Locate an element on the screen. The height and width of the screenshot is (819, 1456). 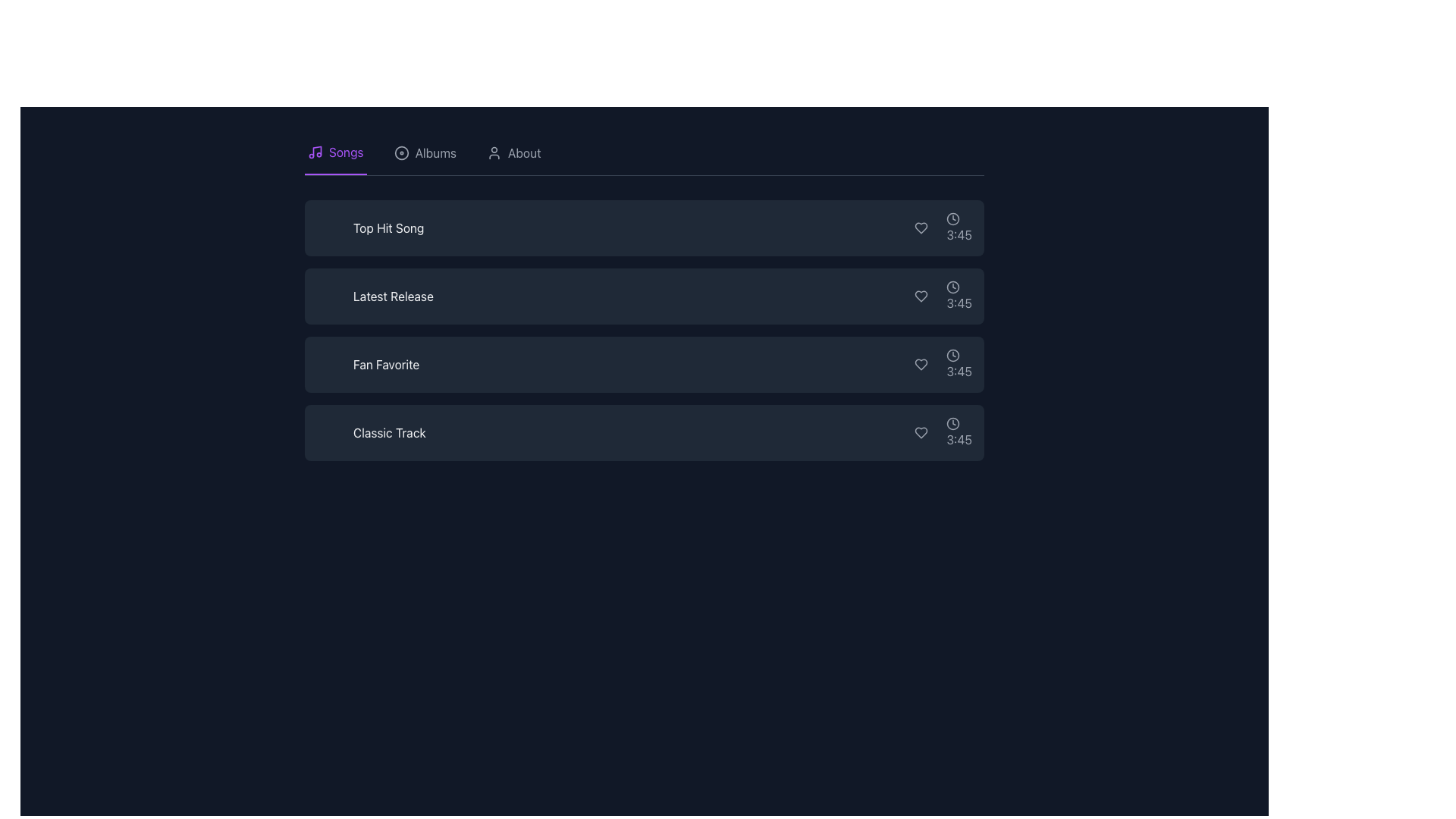
the text label indicating the duration of the associated track, located next to 'Classic Track' and to the right of the heart-shaped icon in the fourth item of the list is located at coordinates (959, 432).